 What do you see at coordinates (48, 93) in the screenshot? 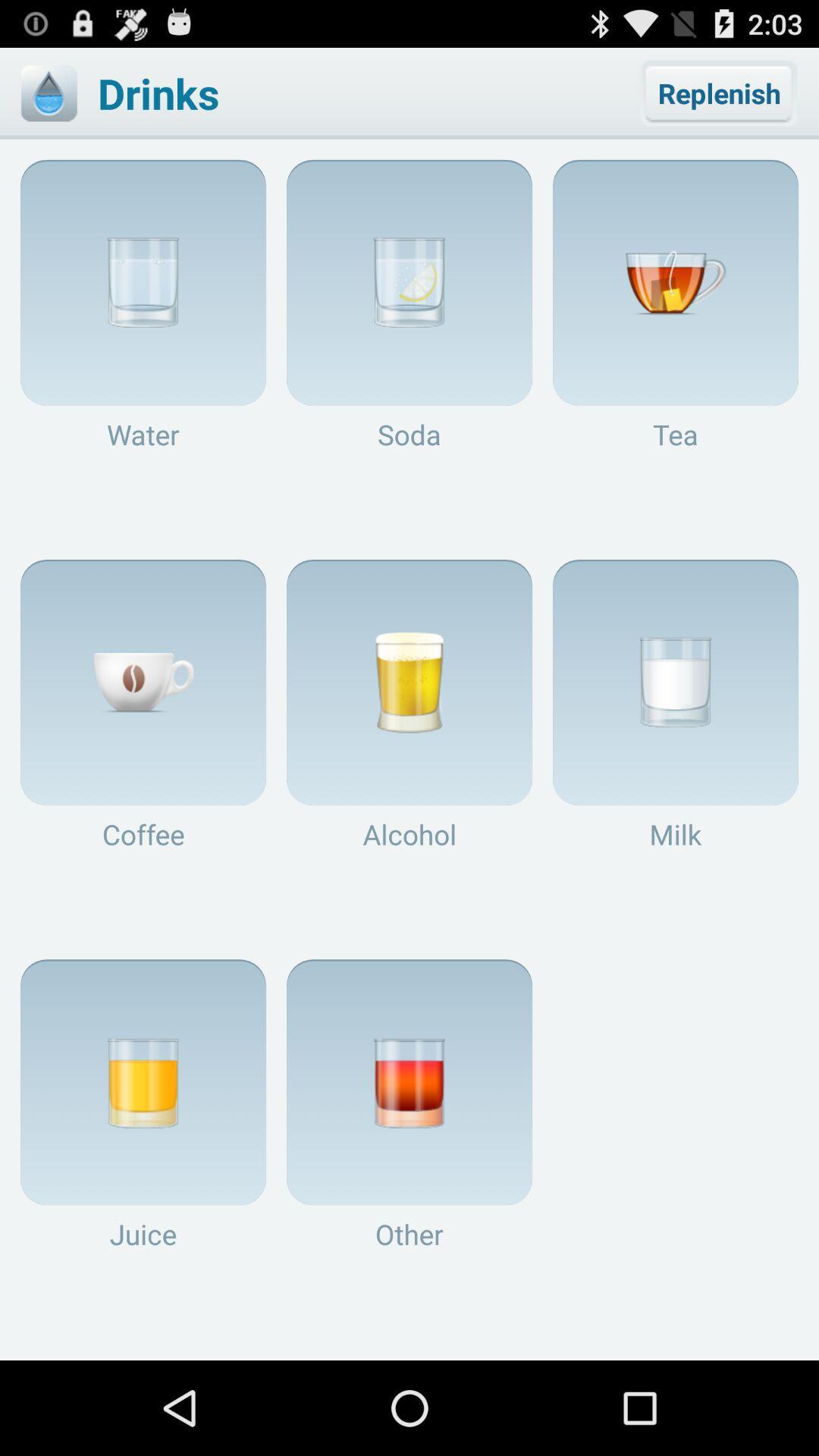
I see `go back` at bounding box center [48, 93].